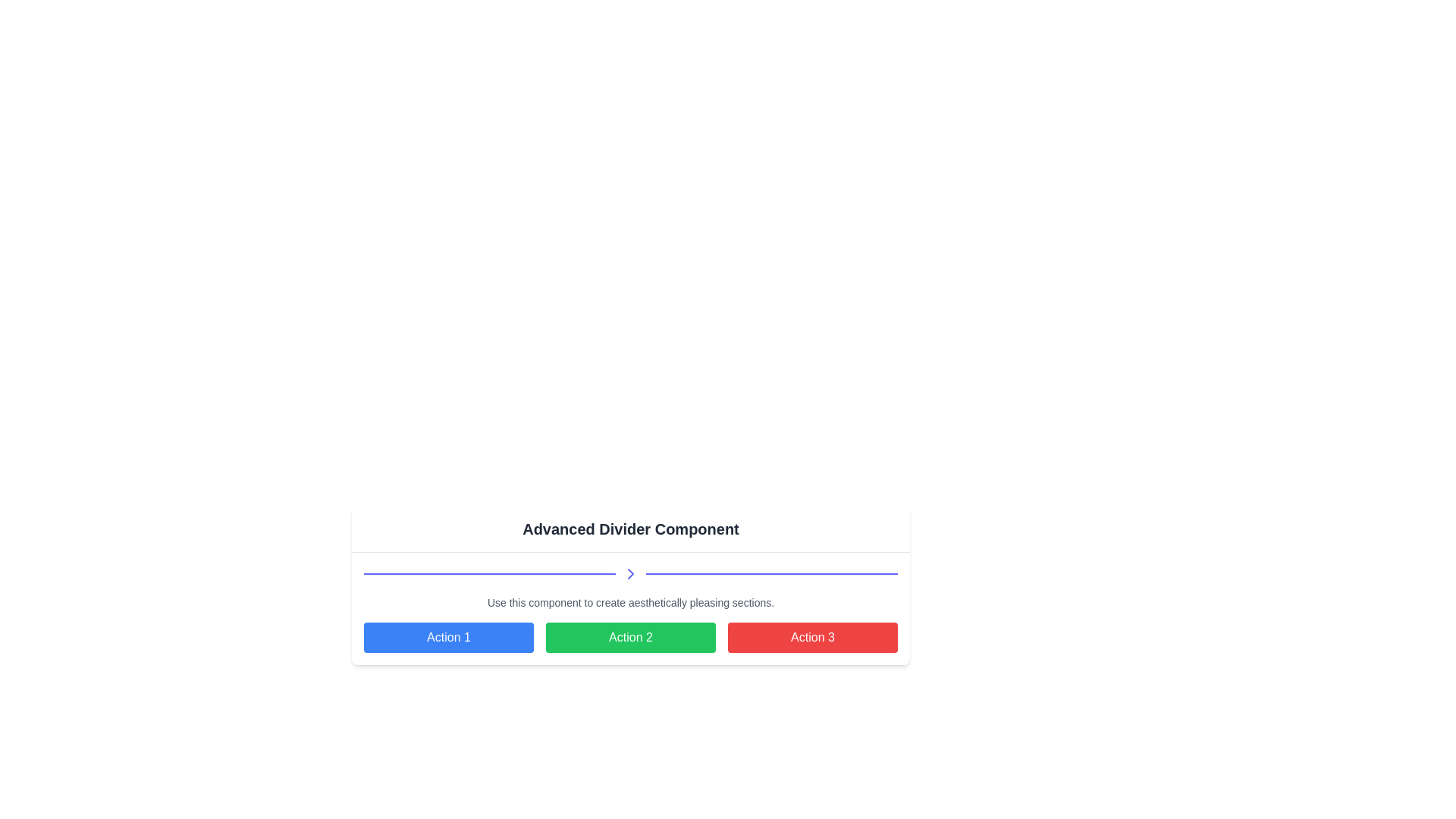 The image size is (1456, 819). Describe the element at coordinates (811, 637) in the screenshot. I see `the bright red button labeled 'Action 3' to observe its visual hover effect` at that location.